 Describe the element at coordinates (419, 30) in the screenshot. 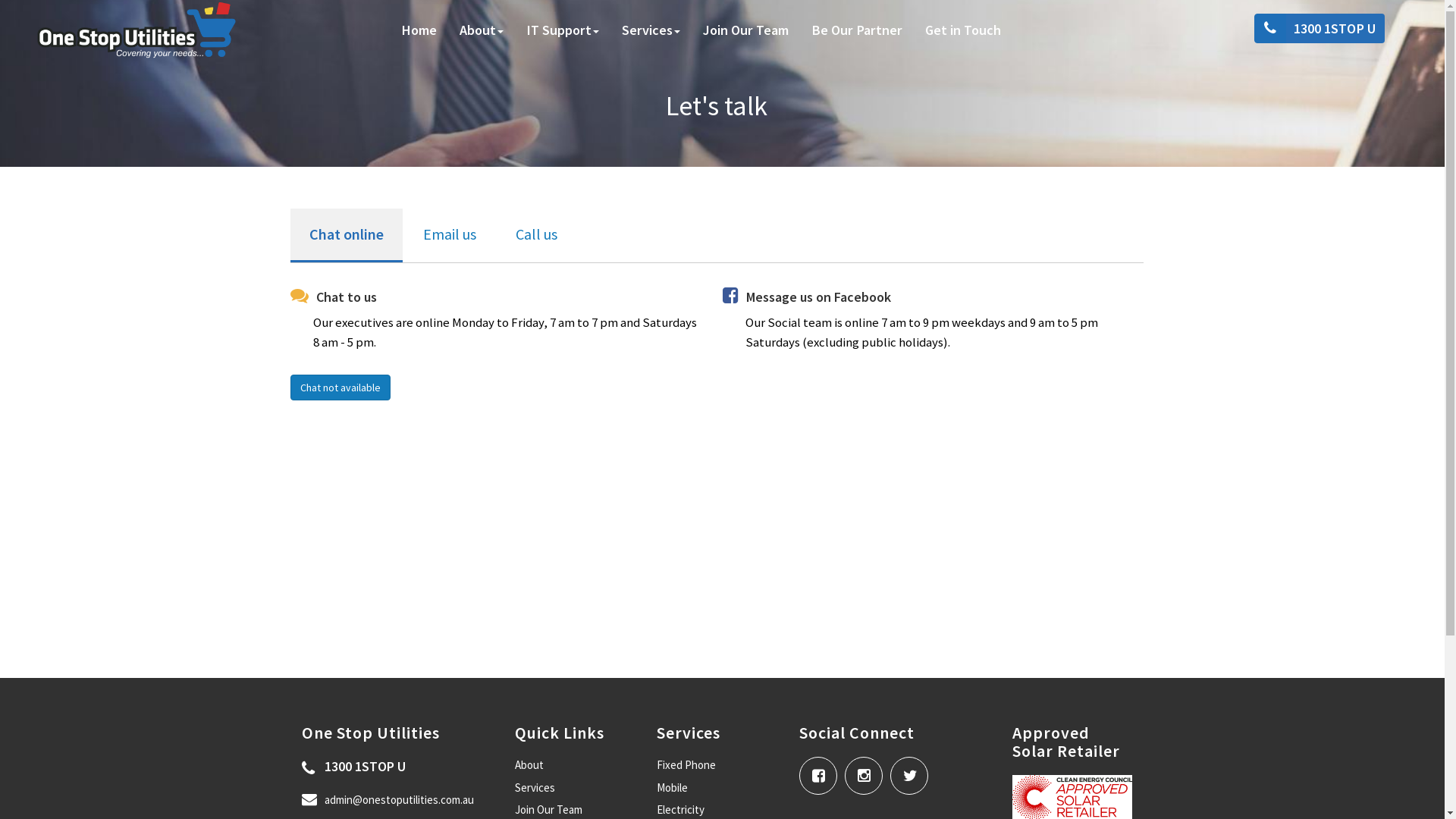

I see `'Home'` at that location.